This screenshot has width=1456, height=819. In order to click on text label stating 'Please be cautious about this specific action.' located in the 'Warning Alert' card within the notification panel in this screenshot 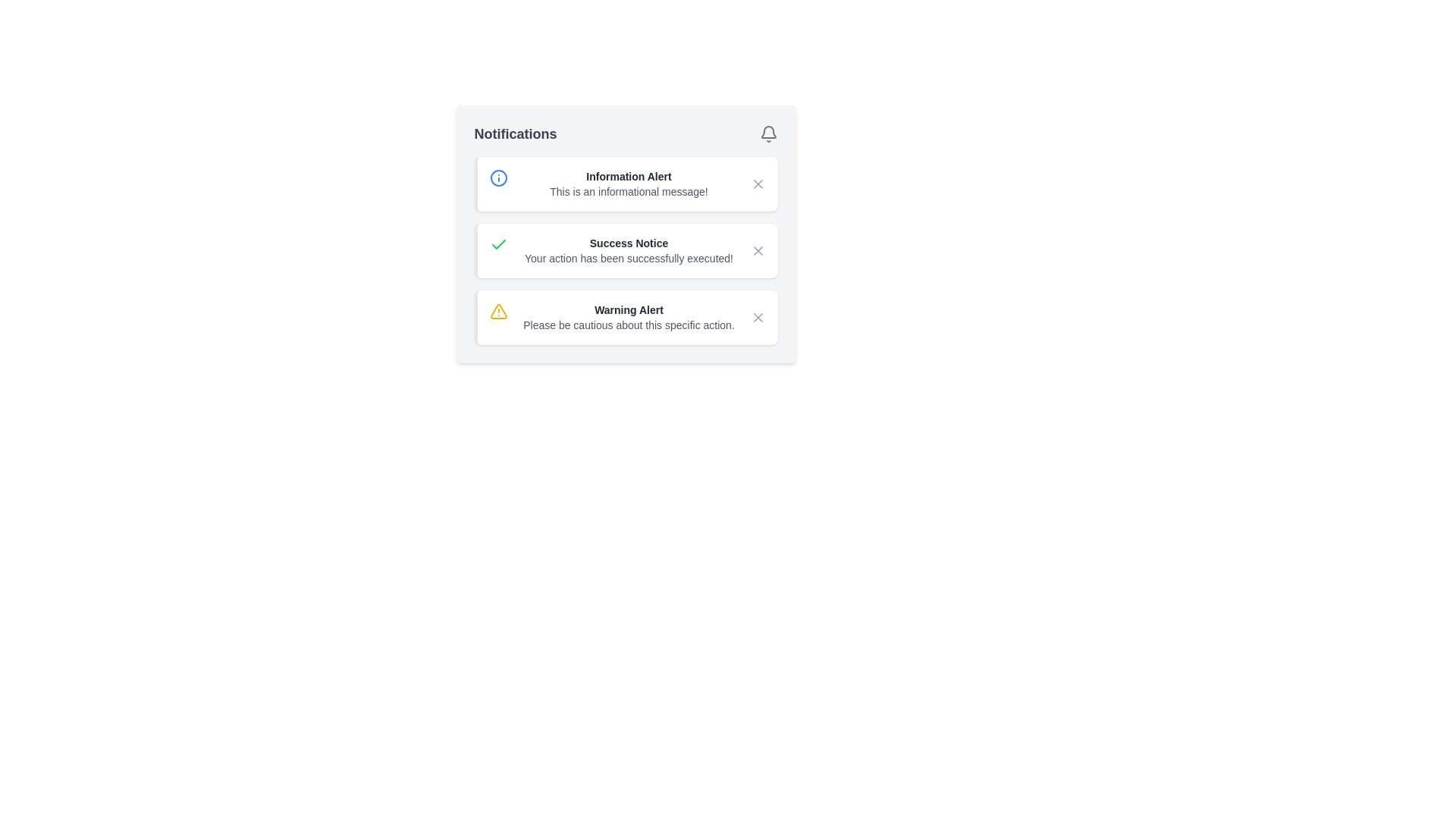, I will do `click(629, 324)`.